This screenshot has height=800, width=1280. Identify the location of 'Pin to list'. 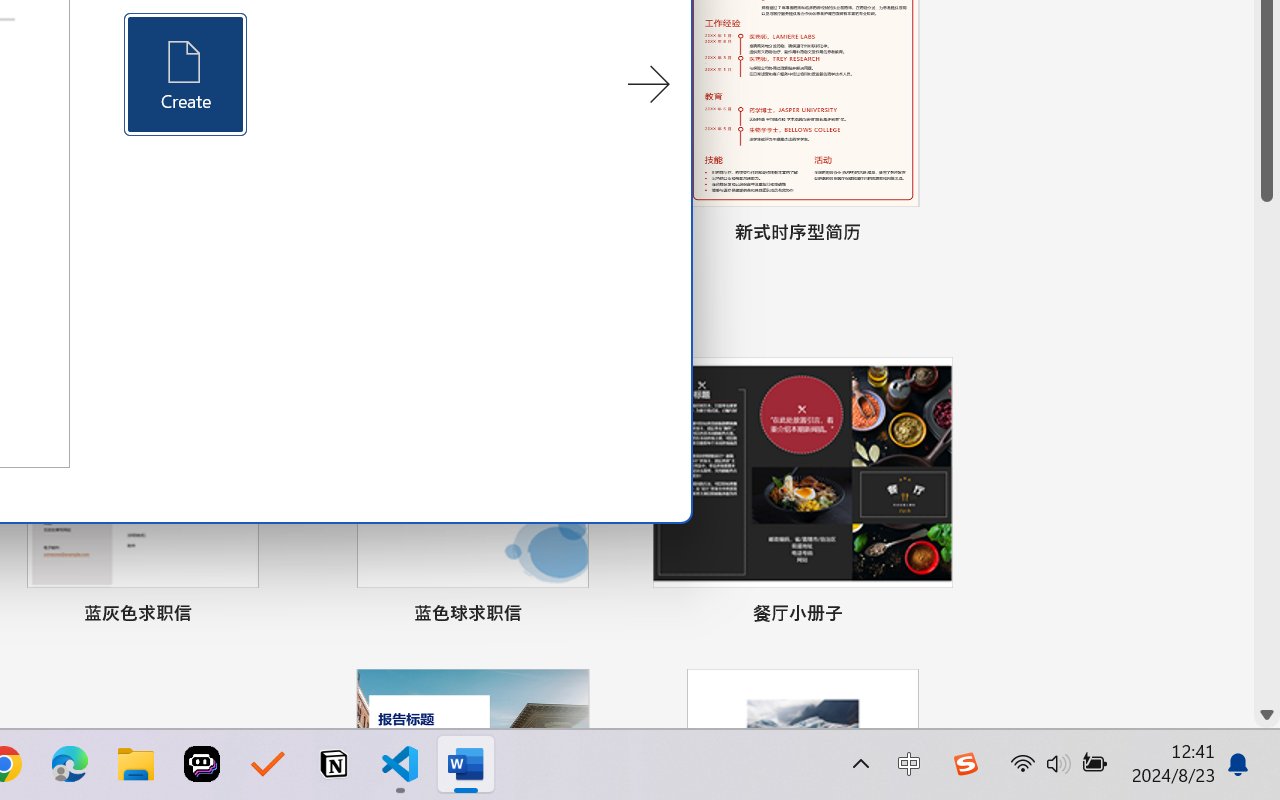
(933, 616).